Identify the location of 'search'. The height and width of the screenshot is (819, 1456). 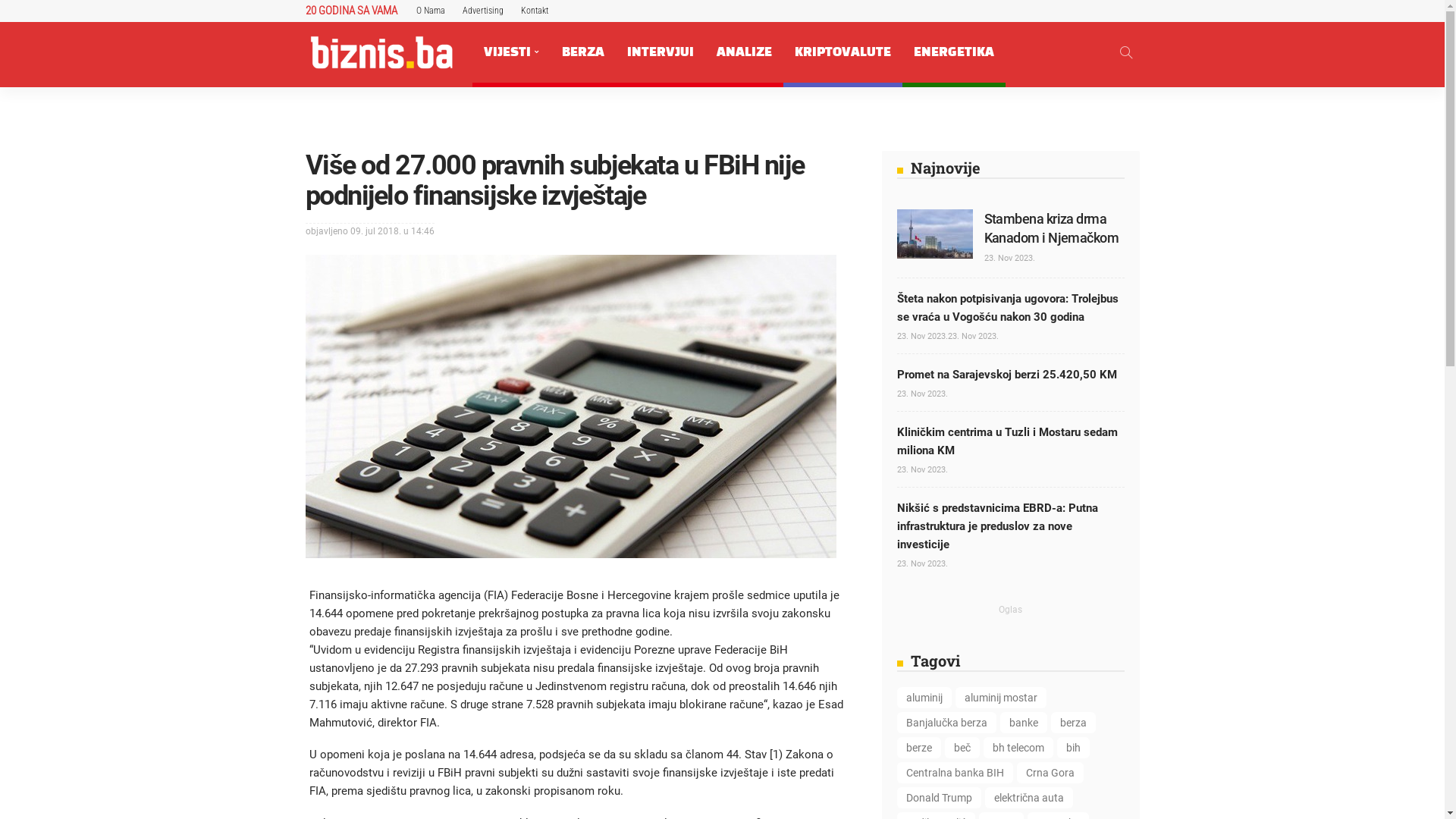
(1125, 52).